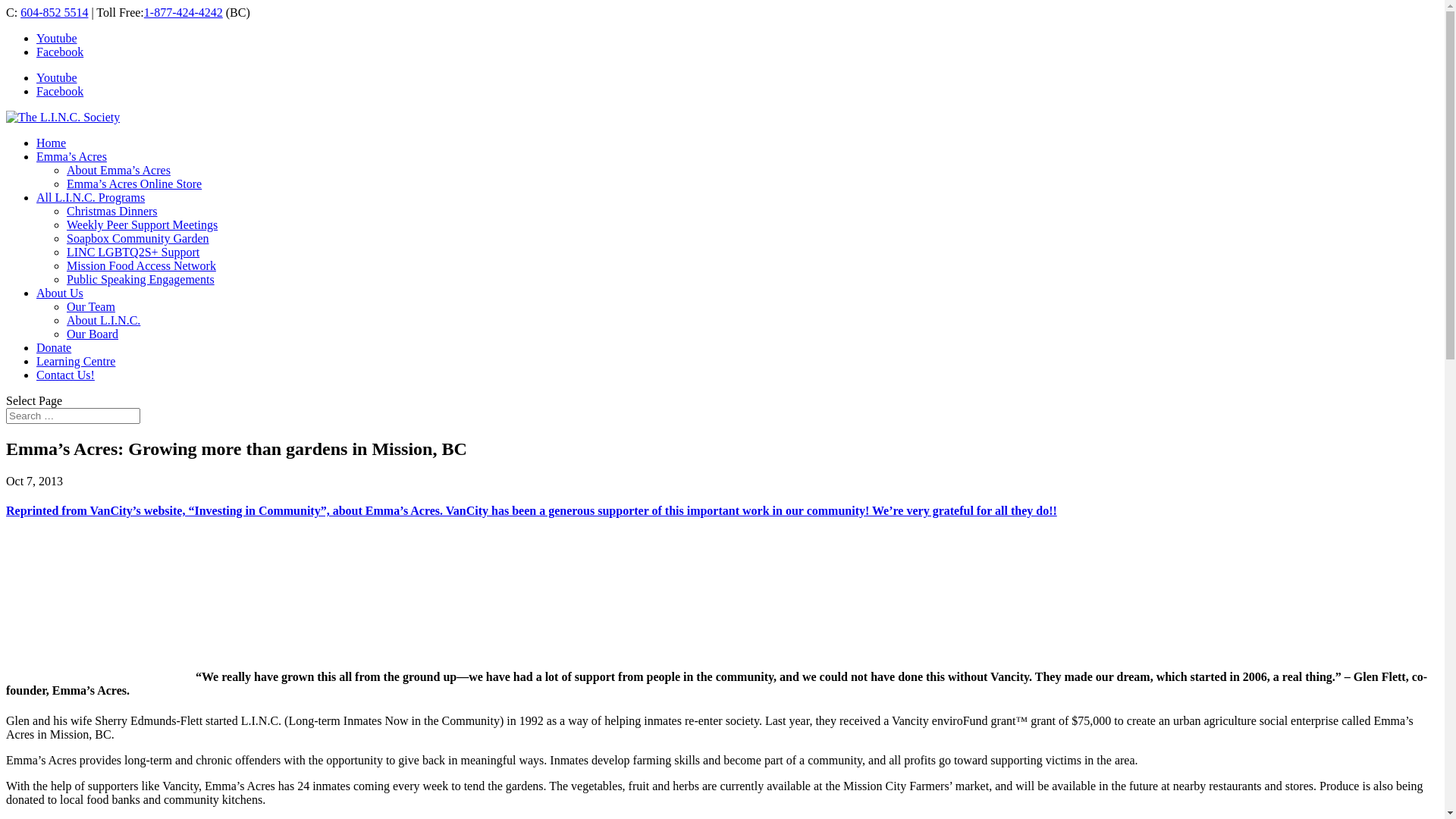 The height and width of the screenshot is (819, 1456). Describe the element at coordinates (57, 77) in the screenshot. I see `'Youtube'` at that location.